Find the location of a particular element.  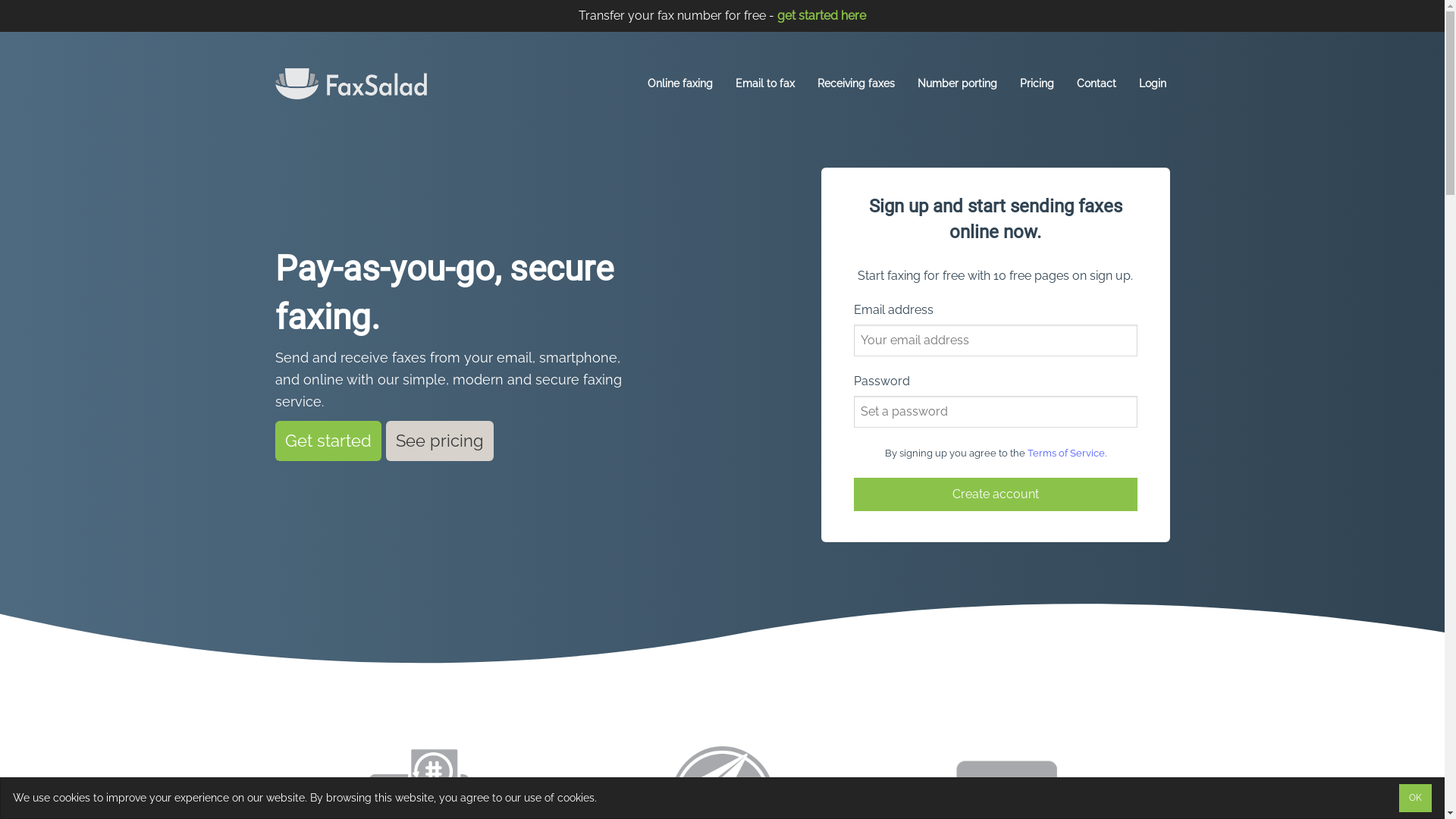

'get started here' is located at coordinates (821, 15).